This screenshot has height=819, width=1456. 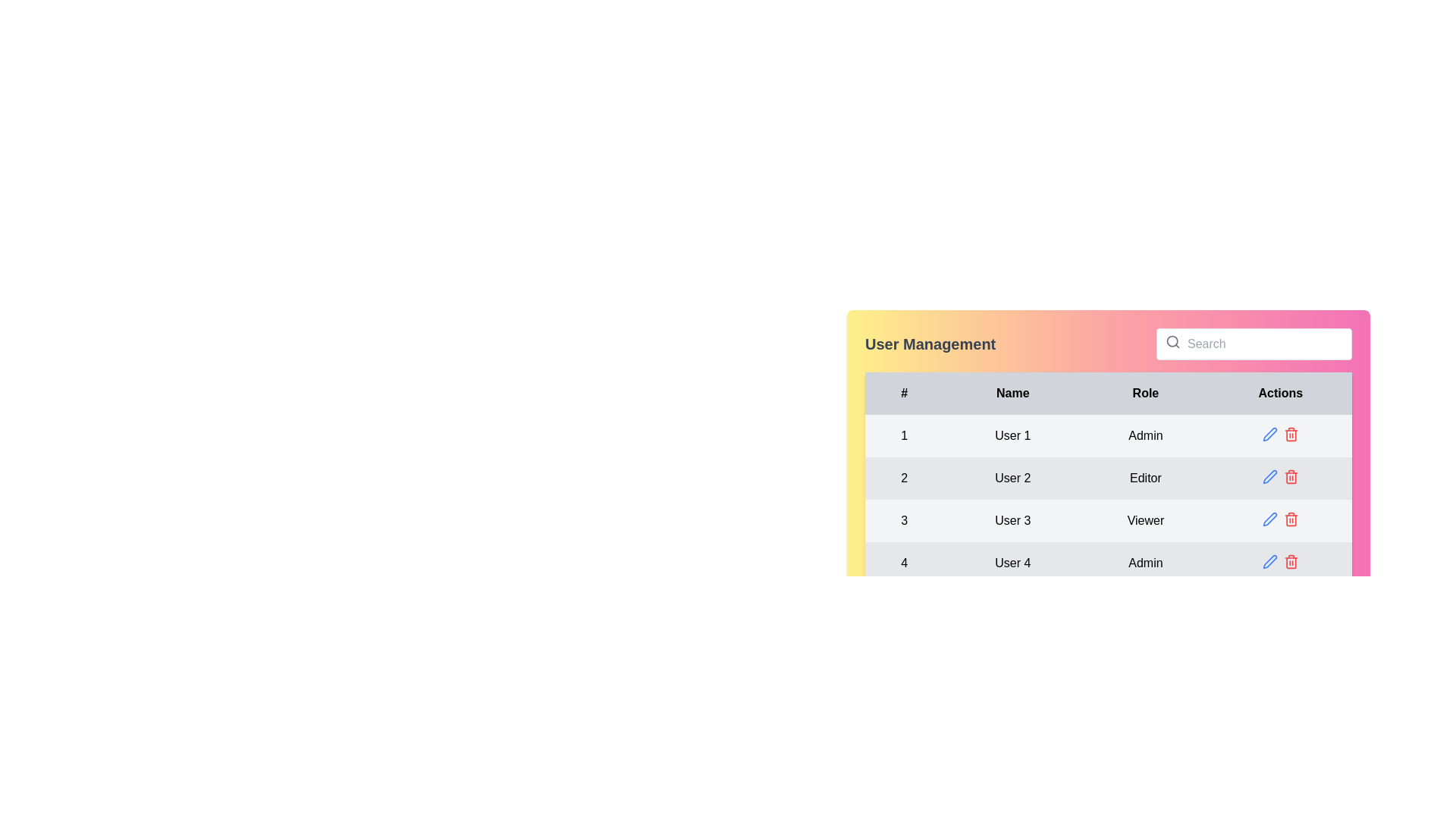 What do you see at coordinates (1145, 435) in the screenshot?
I see `the centrally-aligned text label displaying 'Admin' in black font located in the third cell of the first row under the 'Role' column corresponding to 'User 1'` at bounding box center [1145, 435].